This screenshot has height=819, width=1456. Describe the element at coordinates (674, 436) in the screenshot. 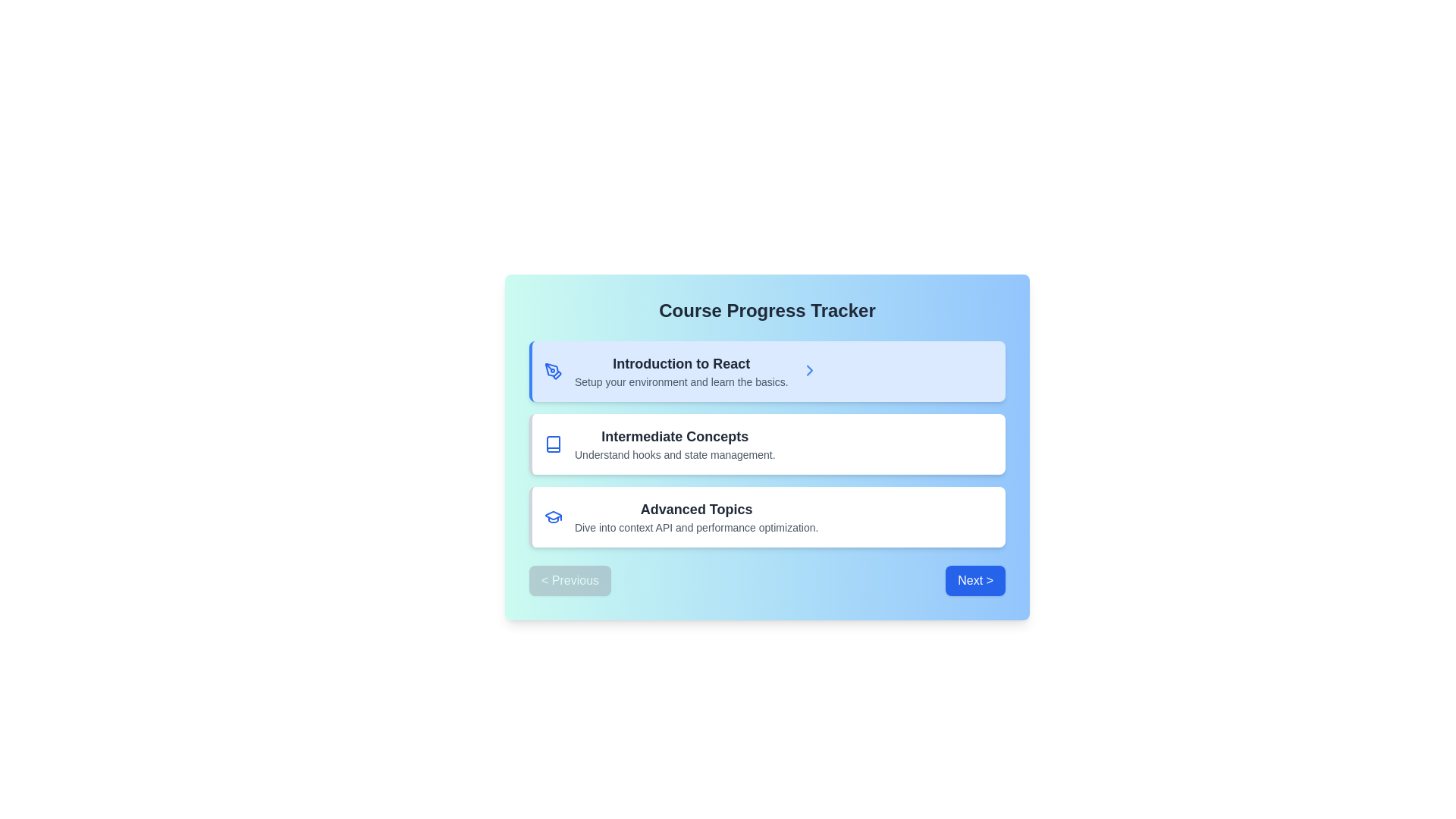

I see `the header text displaying 'Intermediate Concepts' in bold, dark gray font, which is centrally located in the main content area of the UI` at that location.